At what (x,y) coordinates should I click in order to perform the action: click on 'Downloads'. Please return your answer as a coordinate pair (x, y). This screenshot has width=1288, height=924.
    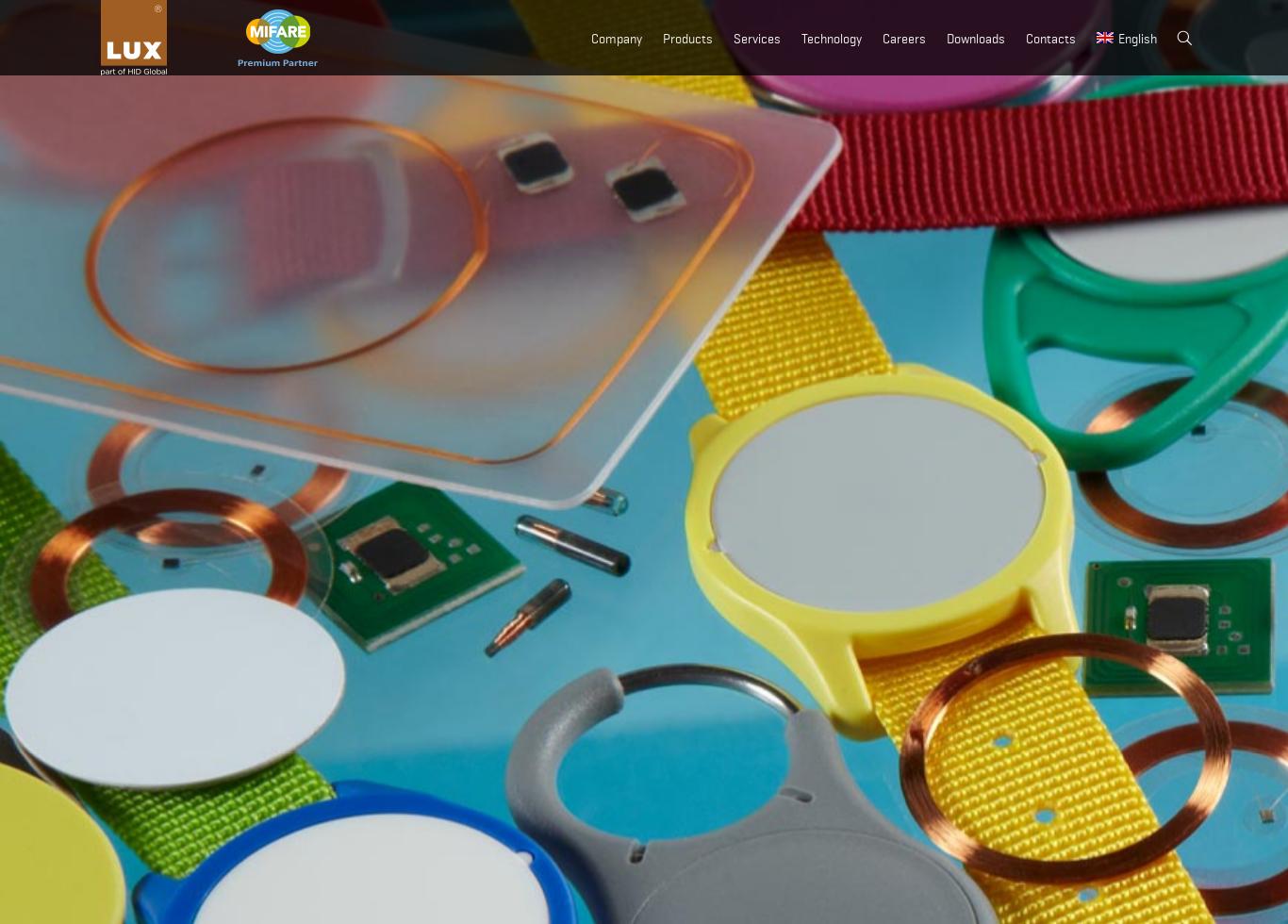
    Looking at the image, I should click on (975, 38).